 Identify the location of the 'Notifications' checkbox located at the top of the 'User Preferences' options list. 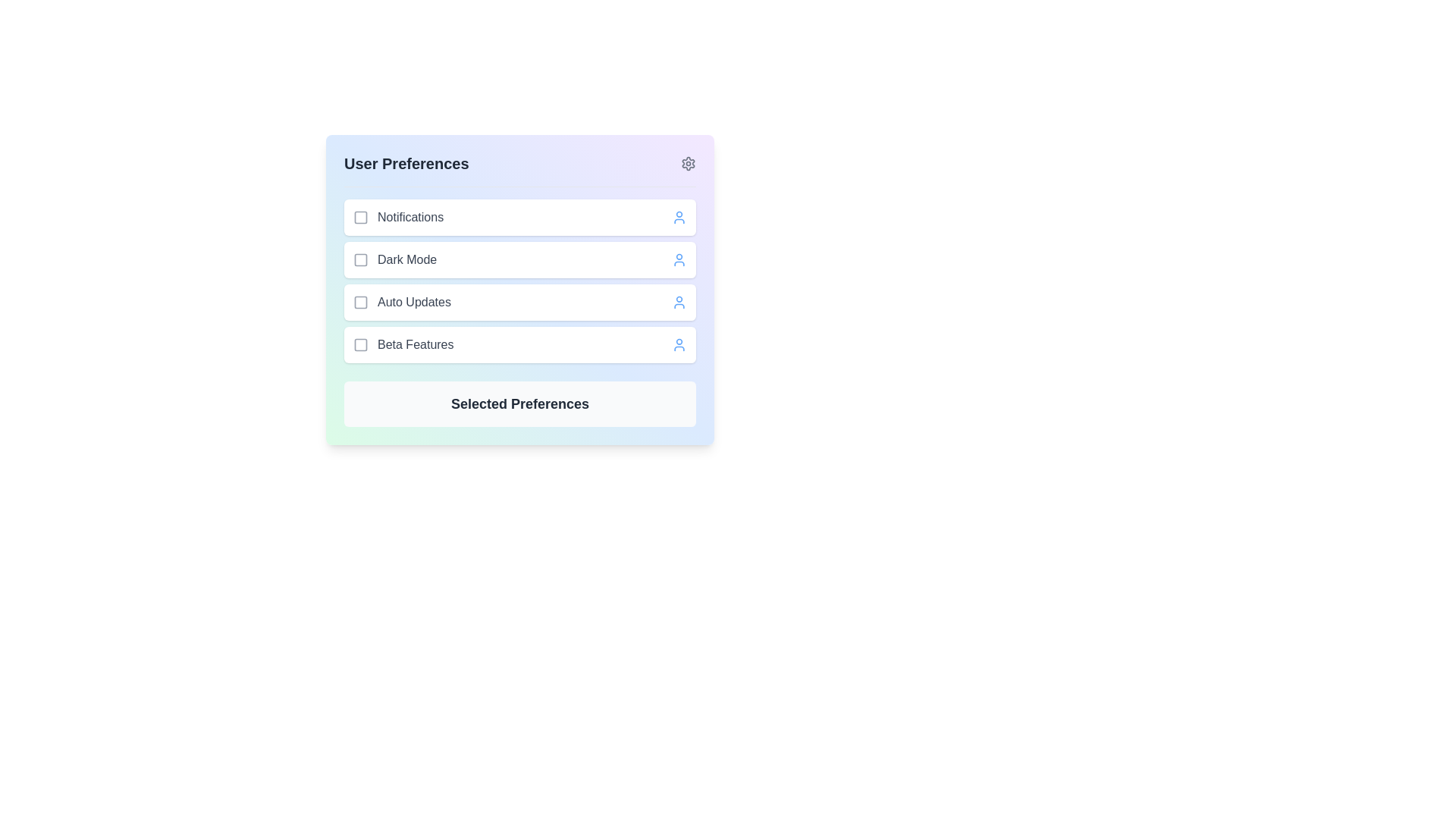
(398, 217).